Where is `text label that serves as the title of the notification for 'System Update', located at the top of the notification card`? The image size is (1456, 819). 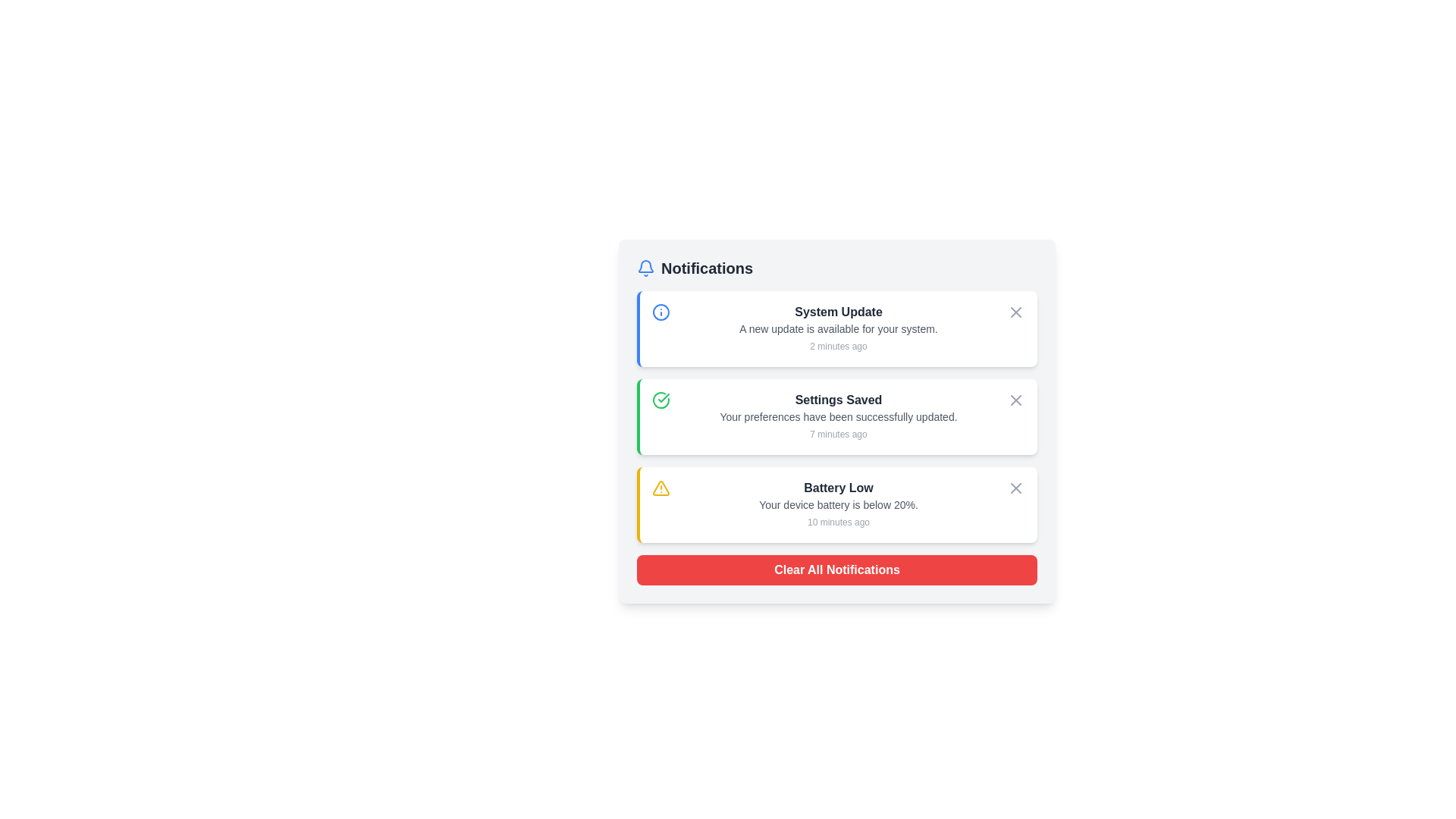 text label that serves as the title of the notification for 'System Update', located at the top of the notification card is located at coordinates (837, 312).